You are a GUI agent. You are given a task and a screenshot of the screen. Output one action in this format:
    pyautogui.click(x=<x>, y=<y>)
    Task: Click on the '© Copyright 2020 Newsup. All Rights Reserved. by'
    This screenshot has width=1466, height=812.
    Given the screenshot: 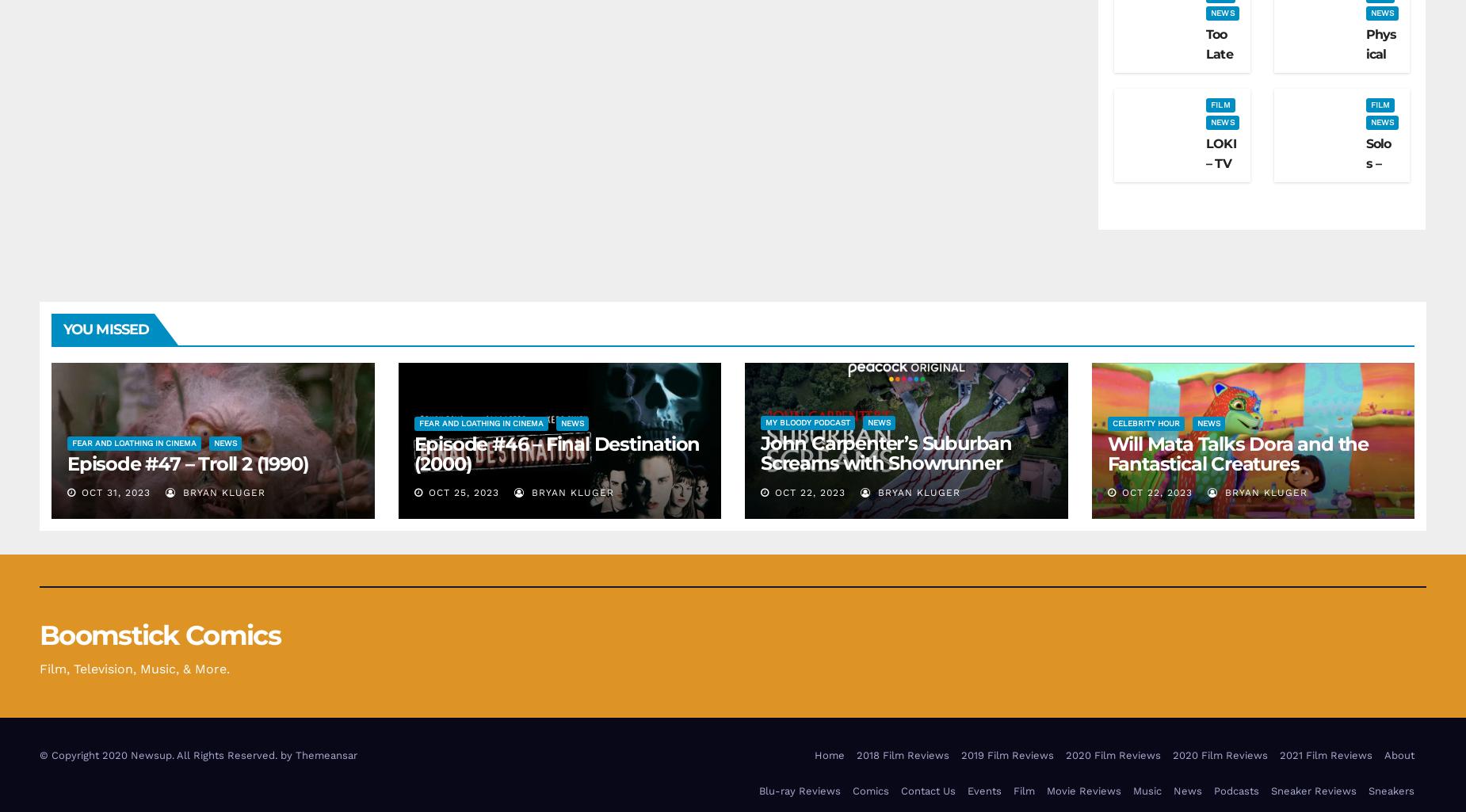 What is the action you would take?
    pyautogui.click(x=38, y=755)
    